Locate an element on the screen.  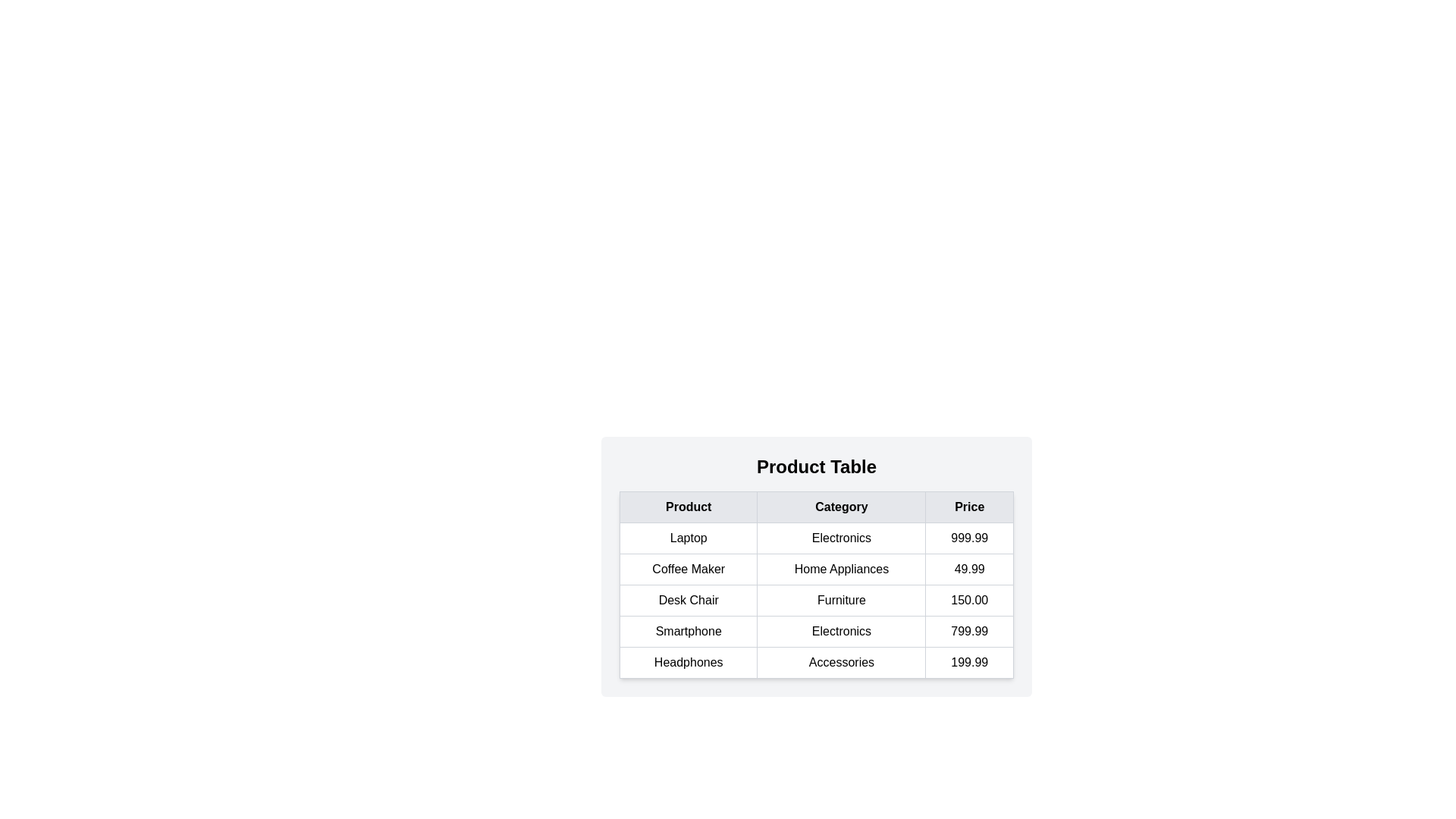
the table cell containing the price '49.99' of the 'Coffee Maker' product is located at coordinates (968, 570).